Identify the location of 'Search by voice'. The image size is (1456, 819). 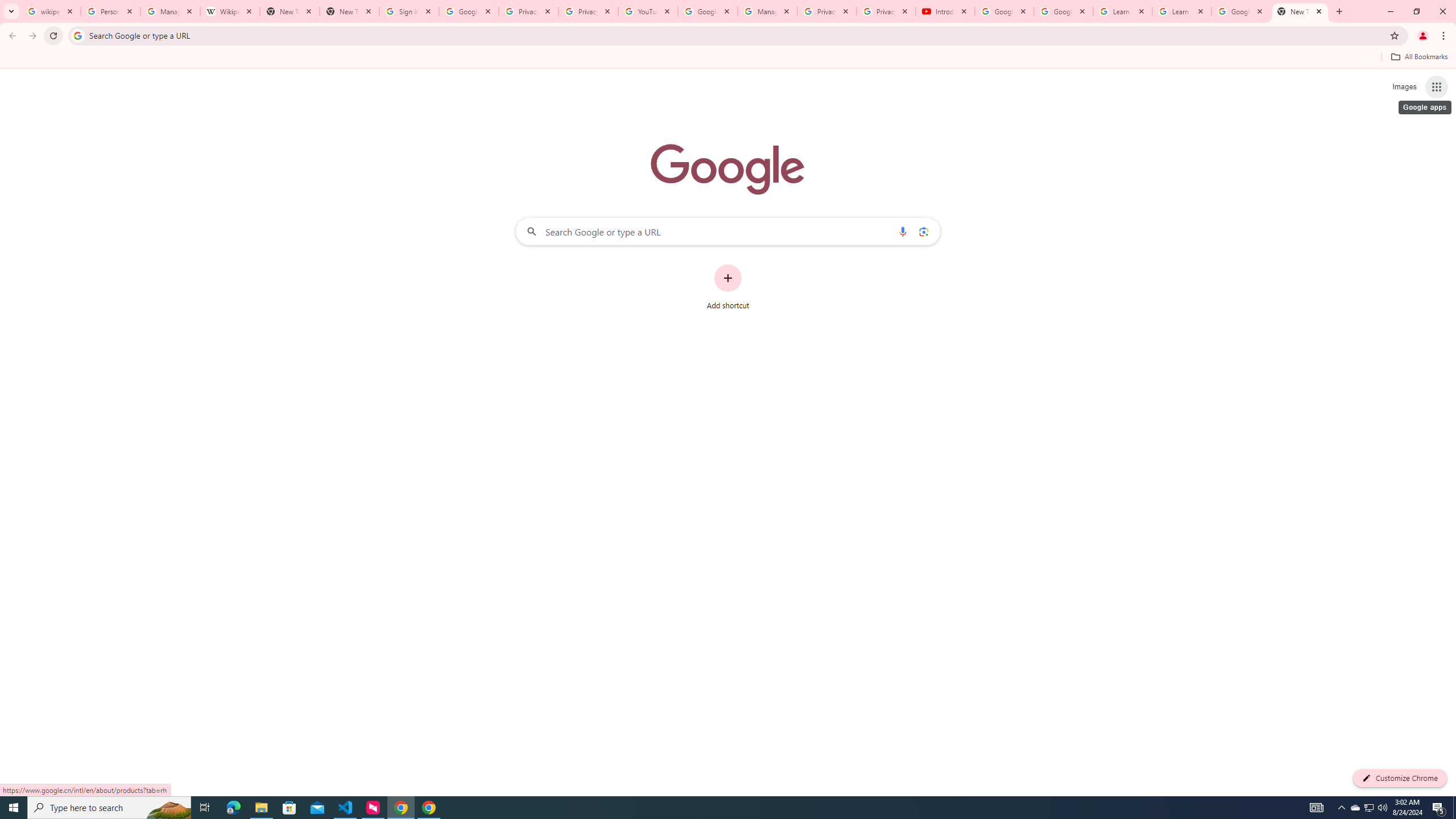
(902, 230).